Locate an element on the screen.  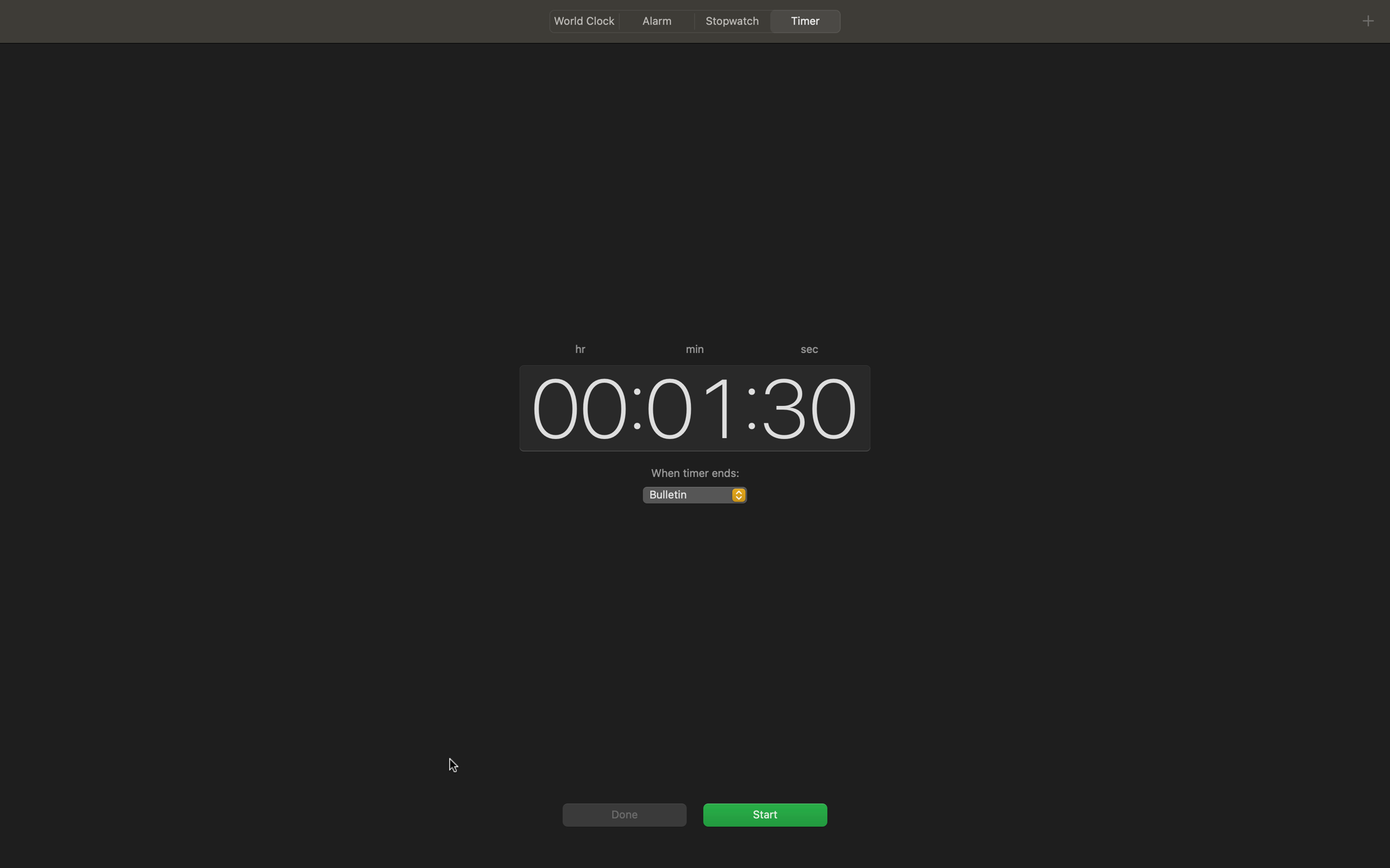
Enhance the hour count by one is located at coordinates (574, 406).